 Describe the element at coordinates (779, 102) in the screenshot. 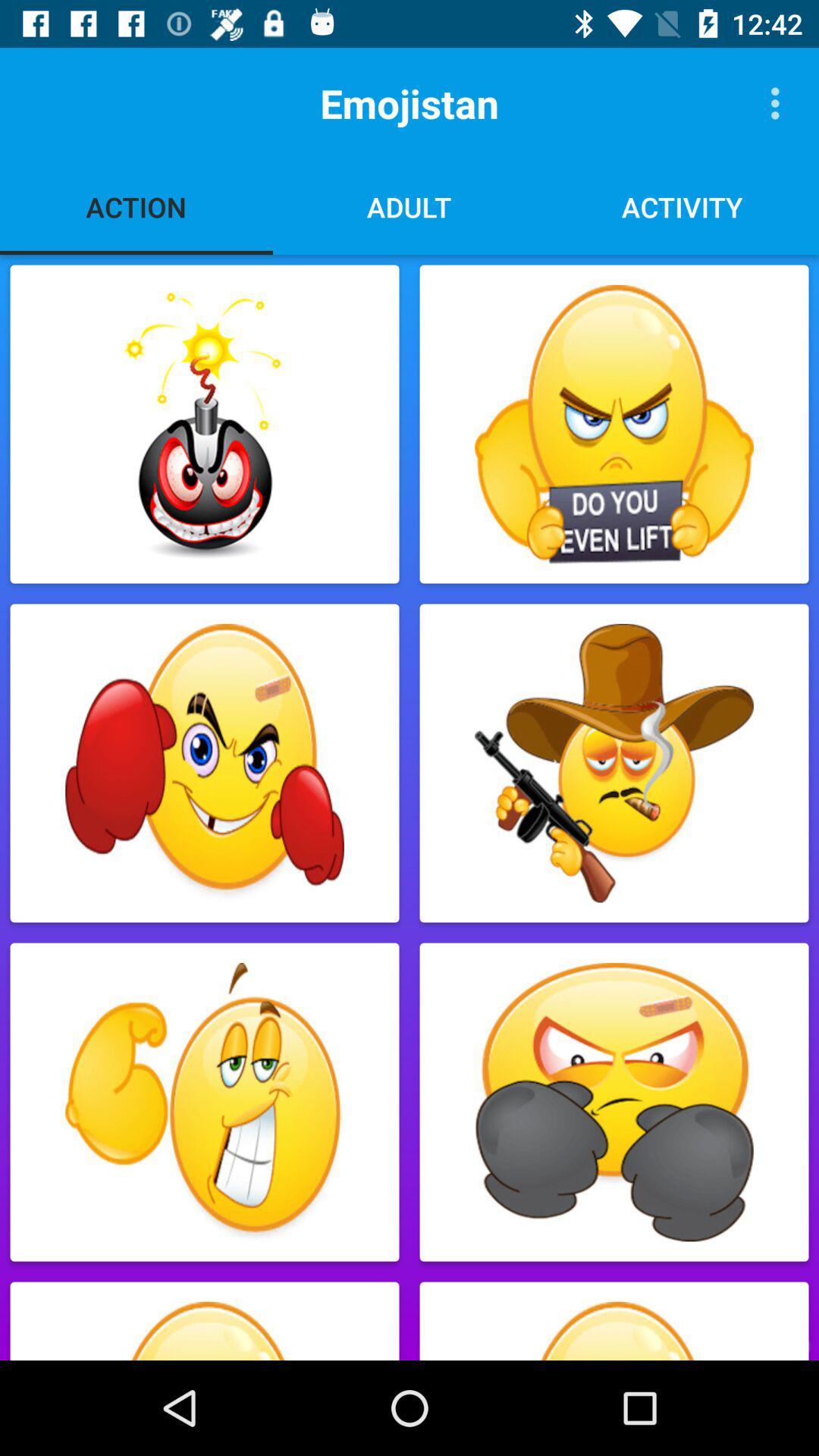

I see `icon above activity icon` at that location.